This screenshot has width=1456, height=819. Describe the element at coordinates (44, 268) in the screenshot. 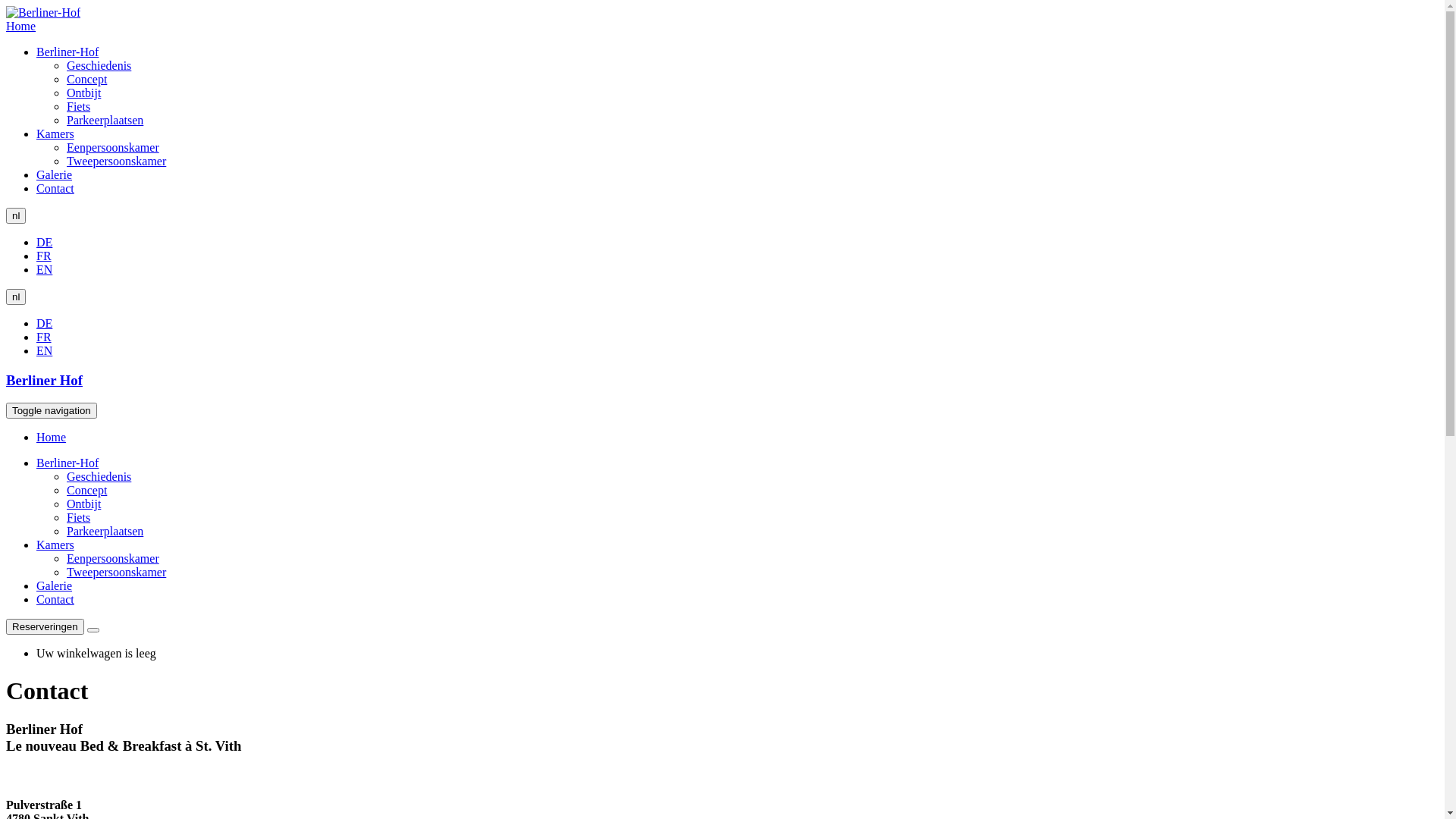

I see `'EN'` at that location.